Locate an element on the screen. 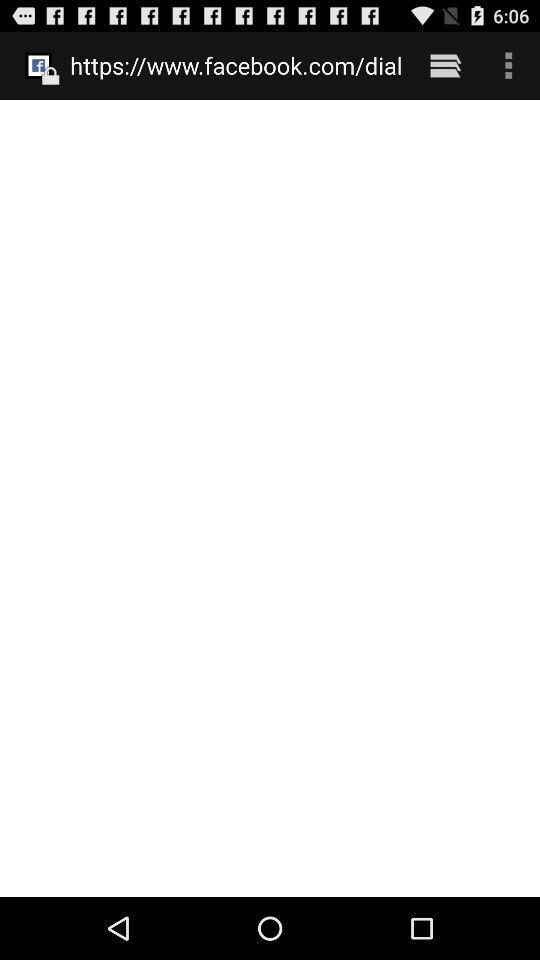 Image resolution: width=540 pixels, height=960 pixels. the https www facebook is located at coordinates (235, 65).